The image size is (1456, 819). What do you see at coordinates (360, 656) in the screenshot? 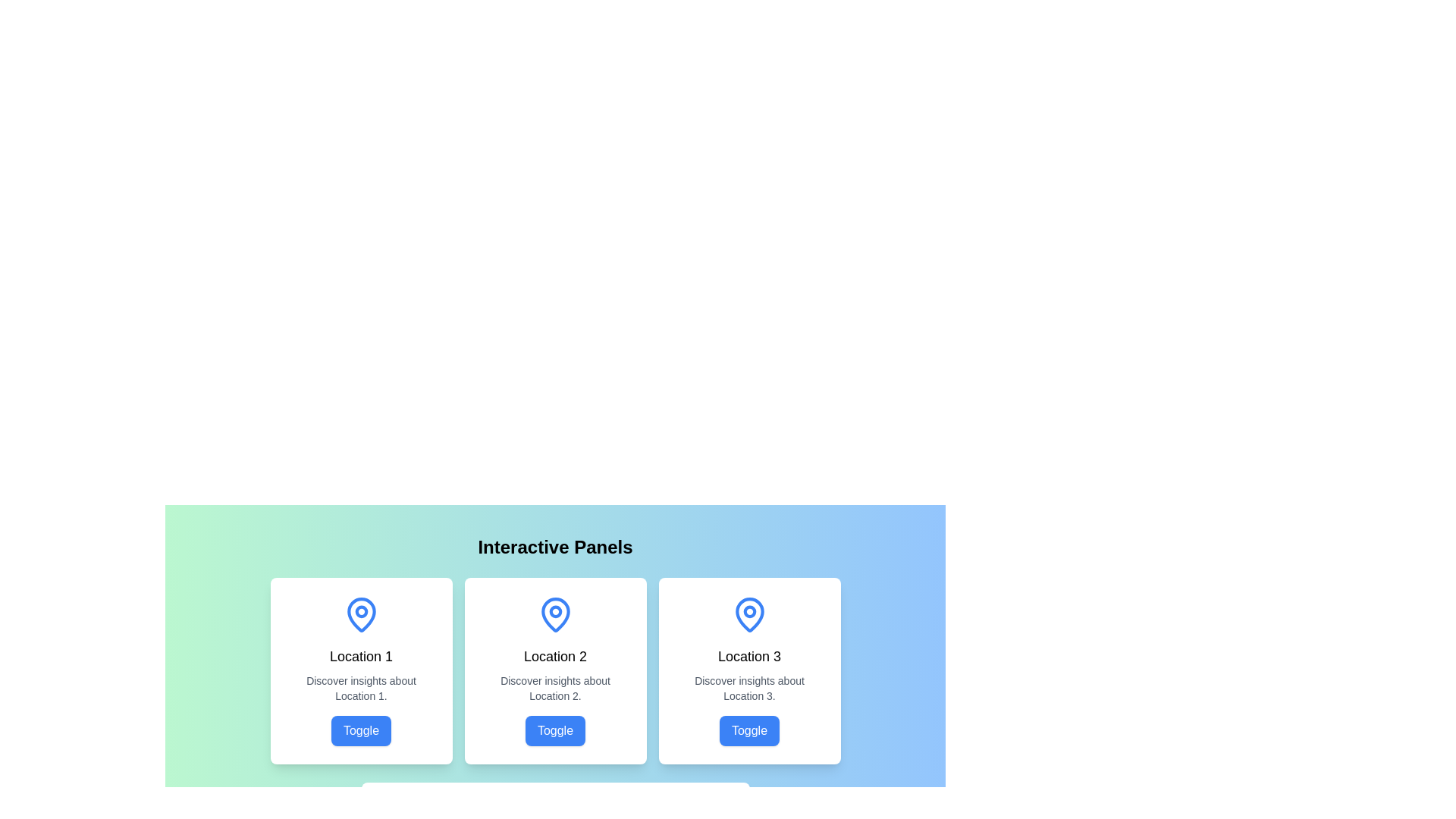
I see `static text label displaying 'Location 1', which is centrally positioned in the first panel of a card-like structure beneath a map pin icon` at bounding box center [360, 656].